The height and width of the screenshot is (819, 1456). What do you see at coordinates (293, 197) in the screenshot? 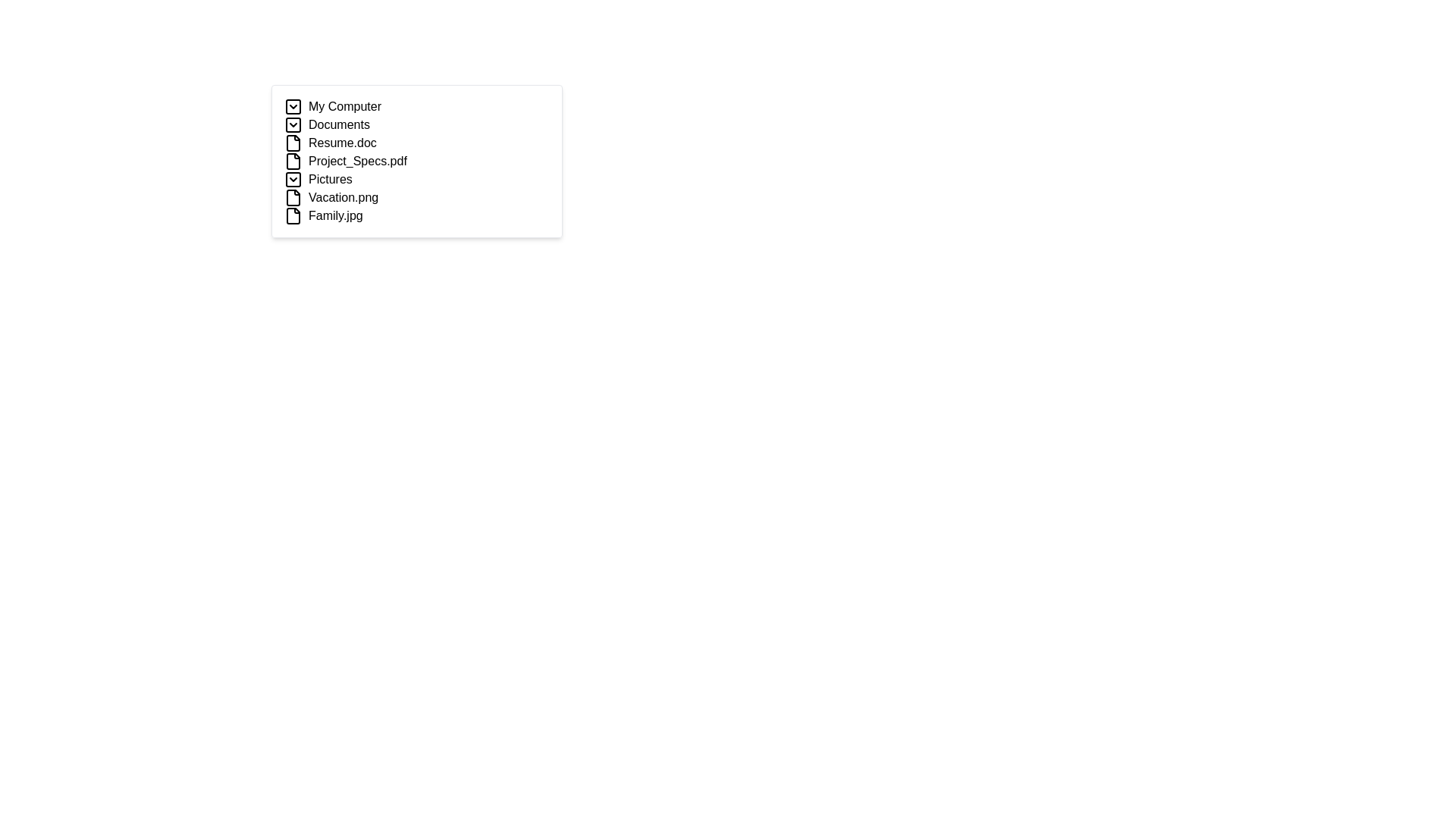
I see `the appearance of the document file icon located to the left of the text 'Vacation.png' in the directory list` at bounding box center [293, 197].